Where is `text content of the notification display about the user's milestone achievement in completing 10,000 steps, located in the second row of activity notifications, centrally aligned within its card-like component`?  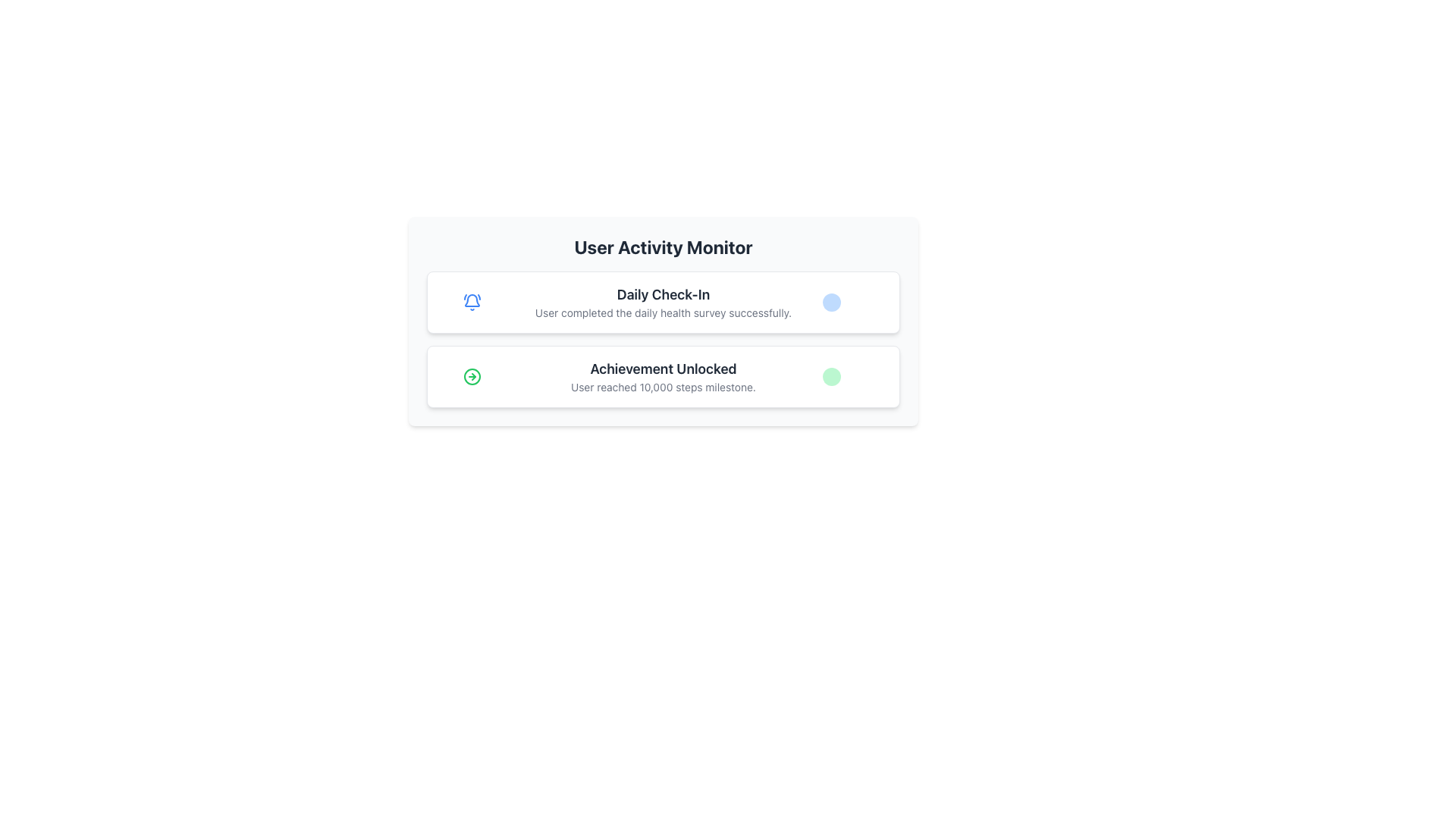
text content of the notification display about the user's milestone achievement in completing 10,000 steps, located in the second row of activity notifications, centrally aligned within its card-like component is located at coordinates (663, 376).